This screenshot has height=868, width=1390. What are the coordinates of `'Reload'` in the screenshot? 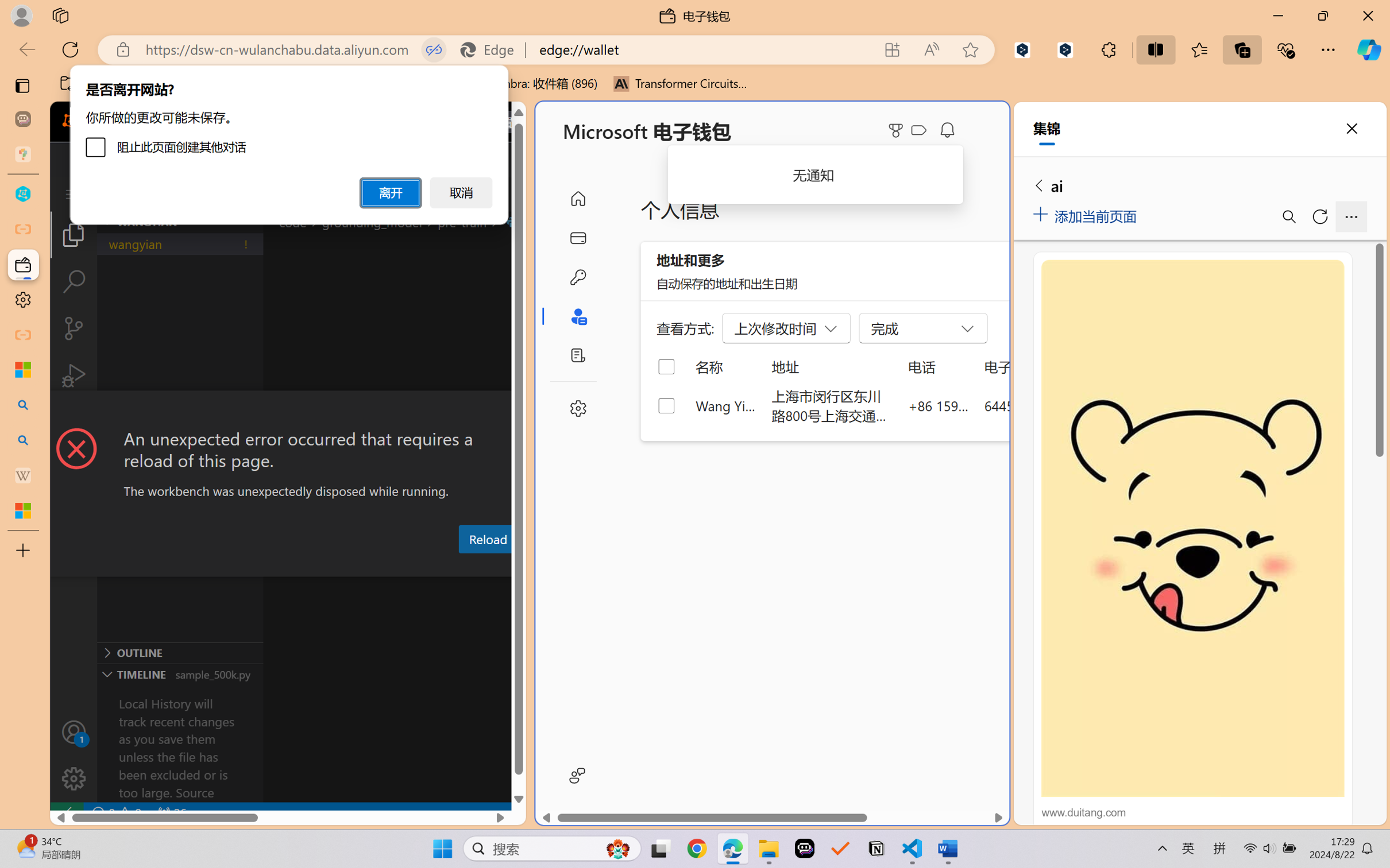 It's located at (486, 538).